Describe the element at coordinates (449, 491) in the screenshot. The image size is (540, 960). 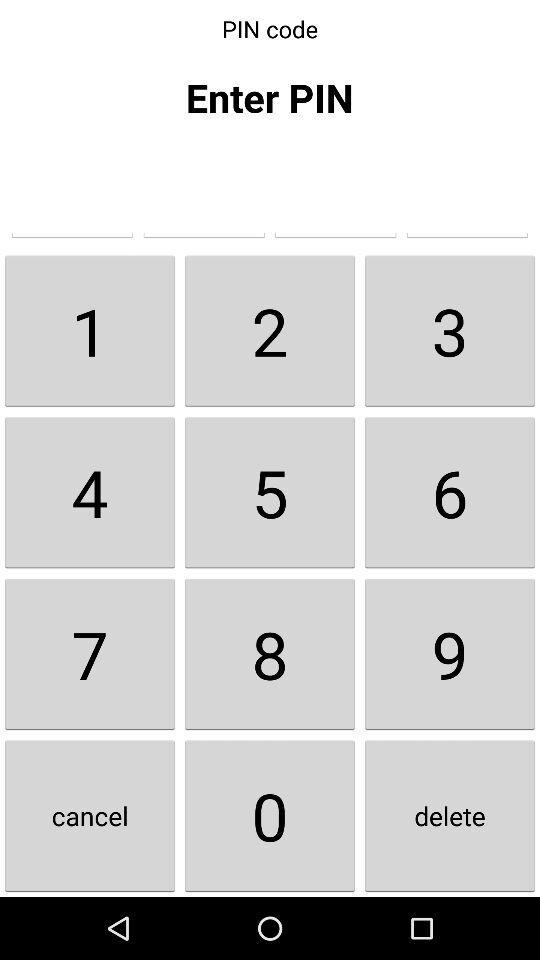
I see `6 item` at that location.